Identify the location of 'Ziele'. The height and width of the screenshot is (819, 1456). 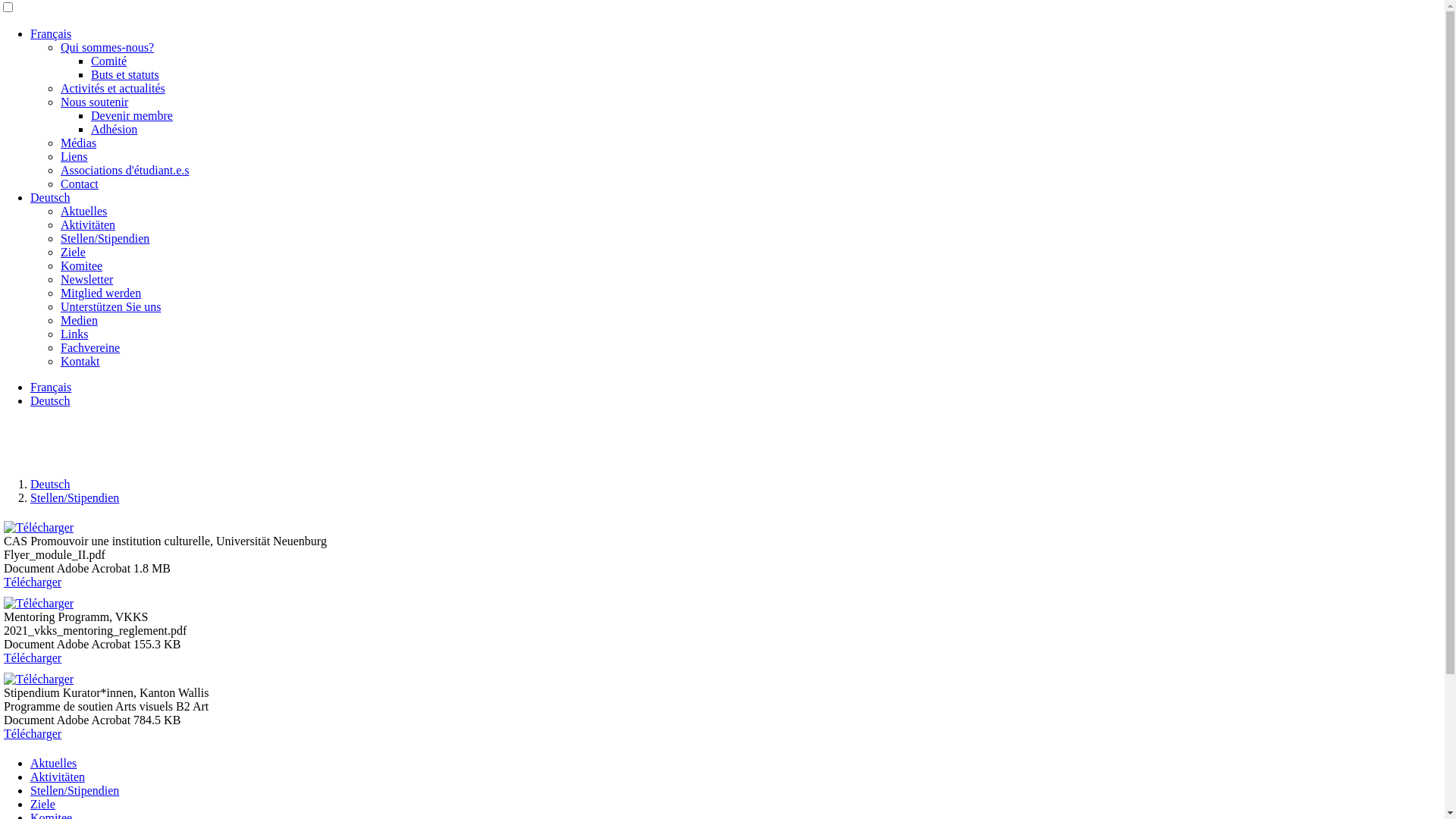
(61, 251).